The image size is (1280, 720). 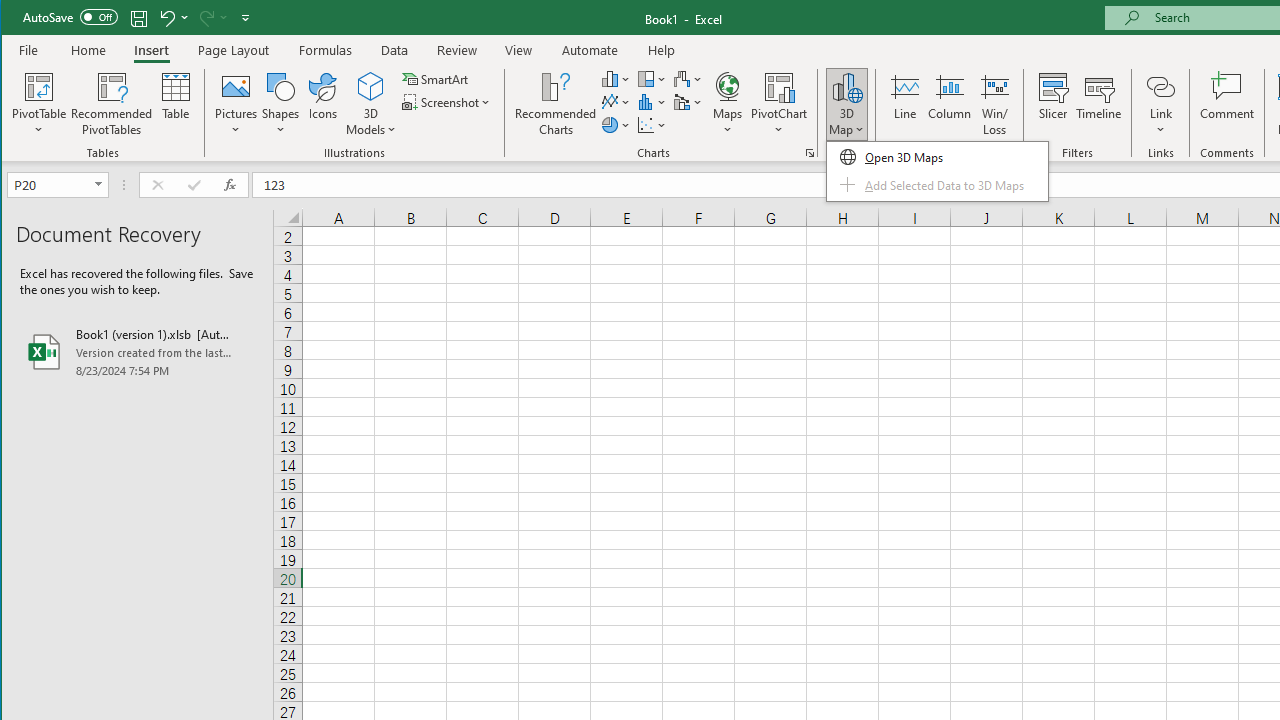 I want to click on 'Insert Statistic Chart', so click(x=652, y=102).